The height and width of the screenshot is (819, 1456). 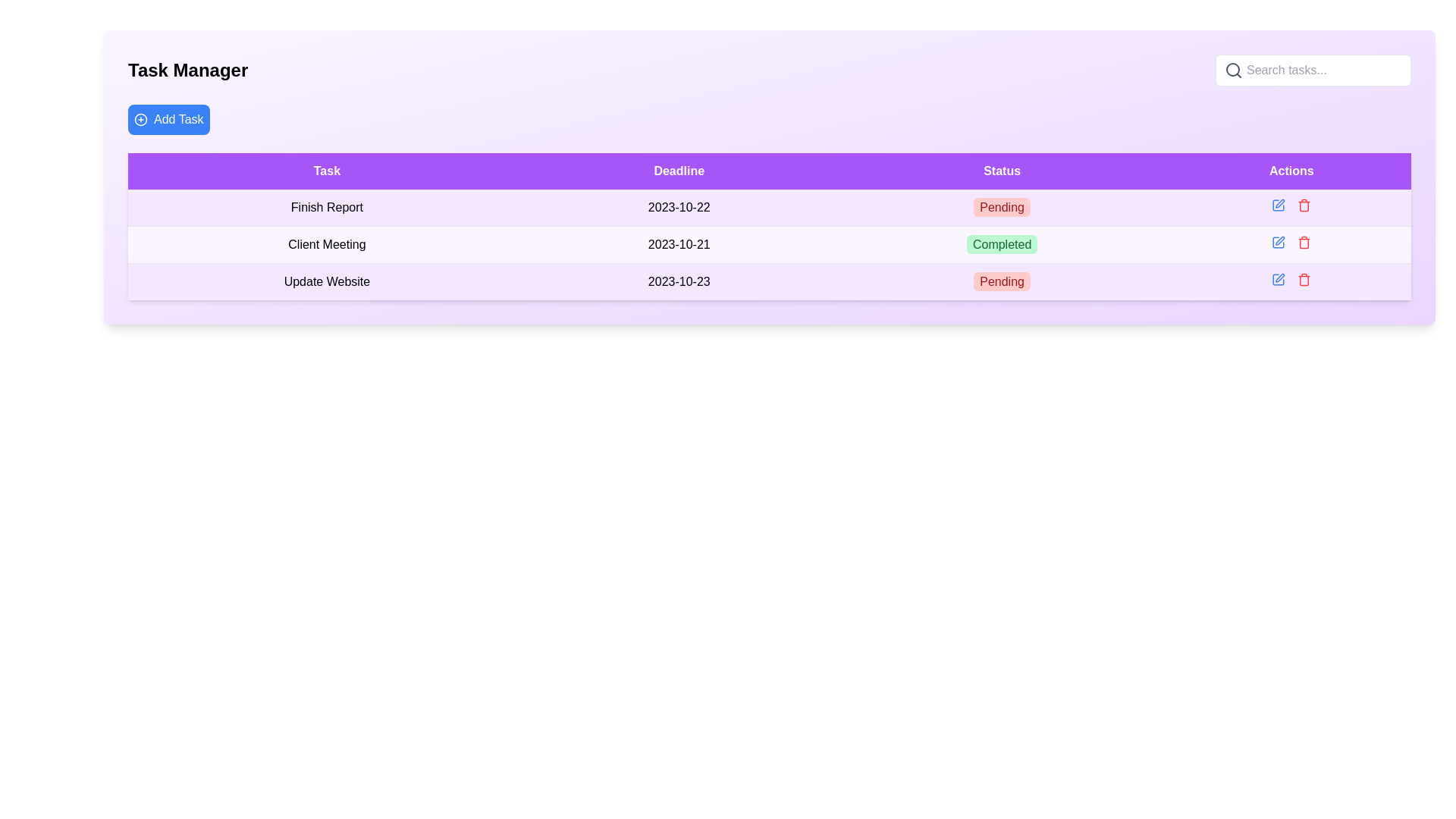 What do you see at coordinates (1002, 243) in the screenshot?
I see `the 'Completed' label in the 'Status' column of the task manager table, which is a rectangular label with a light green background and dark green text, located in the second row corresponding to the 'Client Meeting' task` at bounding box center [1002, 243].